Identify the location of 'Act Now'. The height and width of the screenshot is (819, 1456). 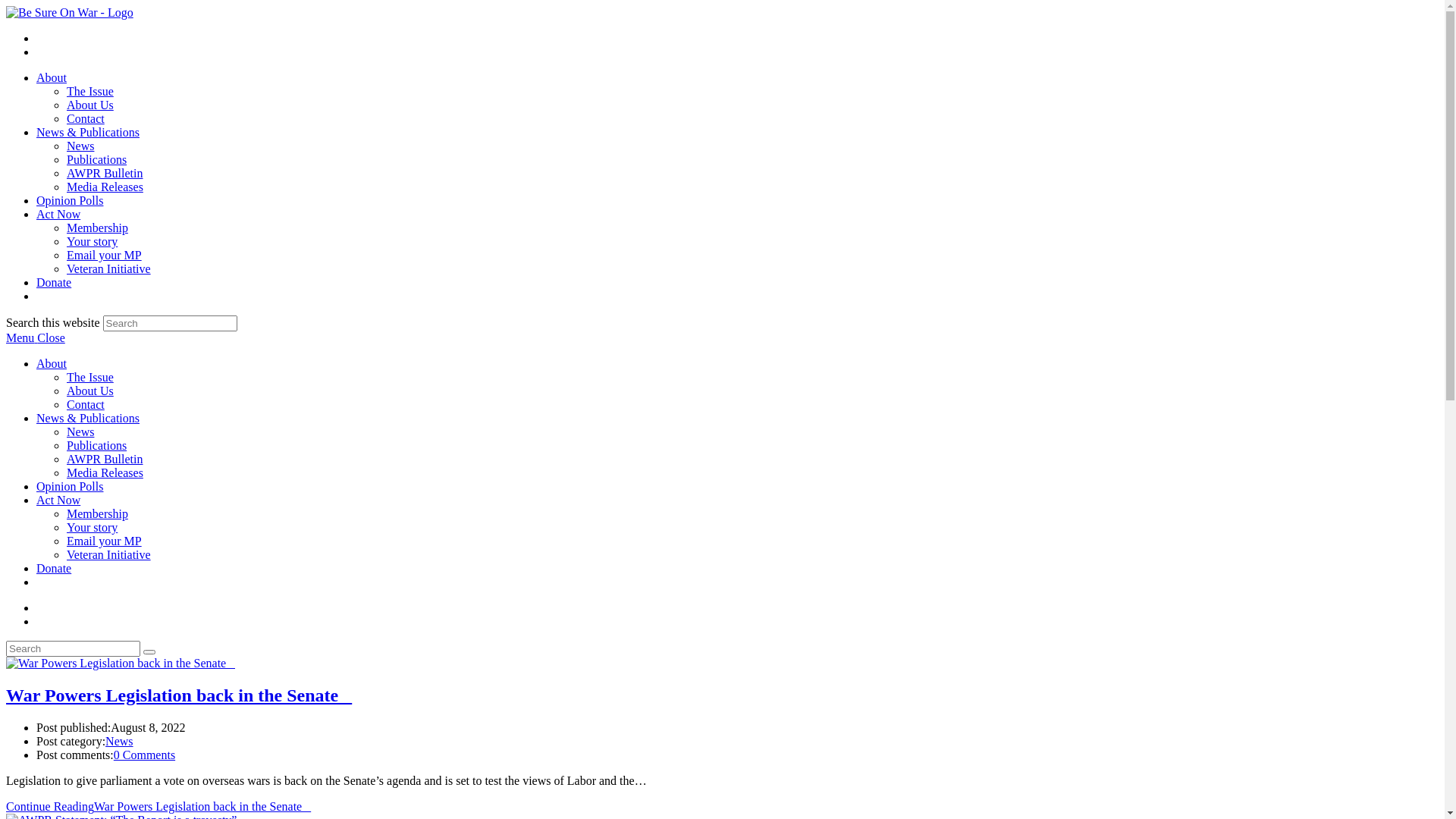
(36, 214).